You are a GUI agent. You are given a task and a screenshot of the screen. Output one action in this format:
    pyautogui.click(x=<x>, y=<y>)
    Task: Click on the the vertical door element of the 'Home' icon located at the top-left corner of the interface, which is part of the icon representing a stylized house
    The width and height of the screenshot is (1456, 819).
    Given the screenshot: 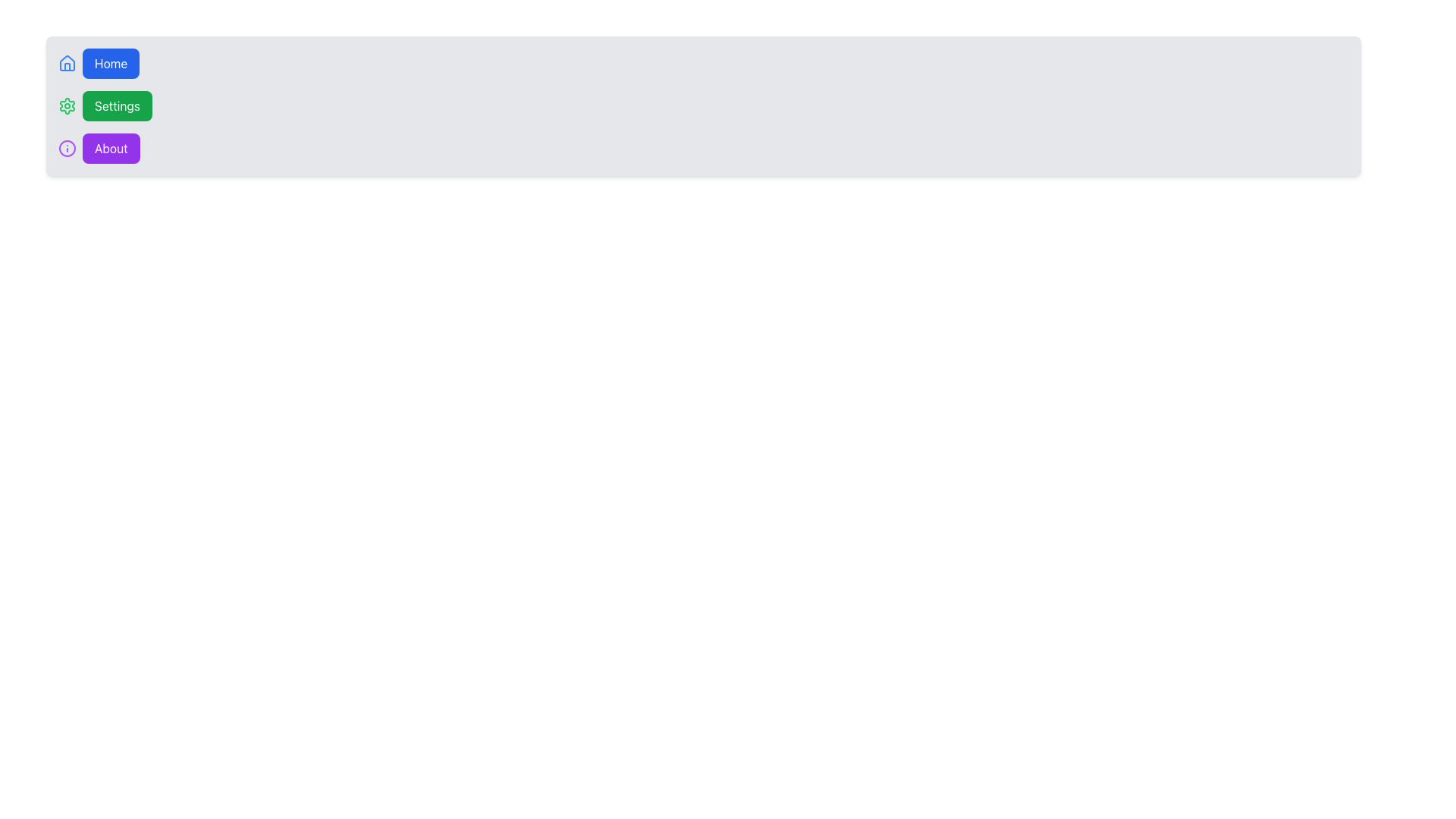 What is the action you would take?
    pyautogui.click(x=67, y=66)
    